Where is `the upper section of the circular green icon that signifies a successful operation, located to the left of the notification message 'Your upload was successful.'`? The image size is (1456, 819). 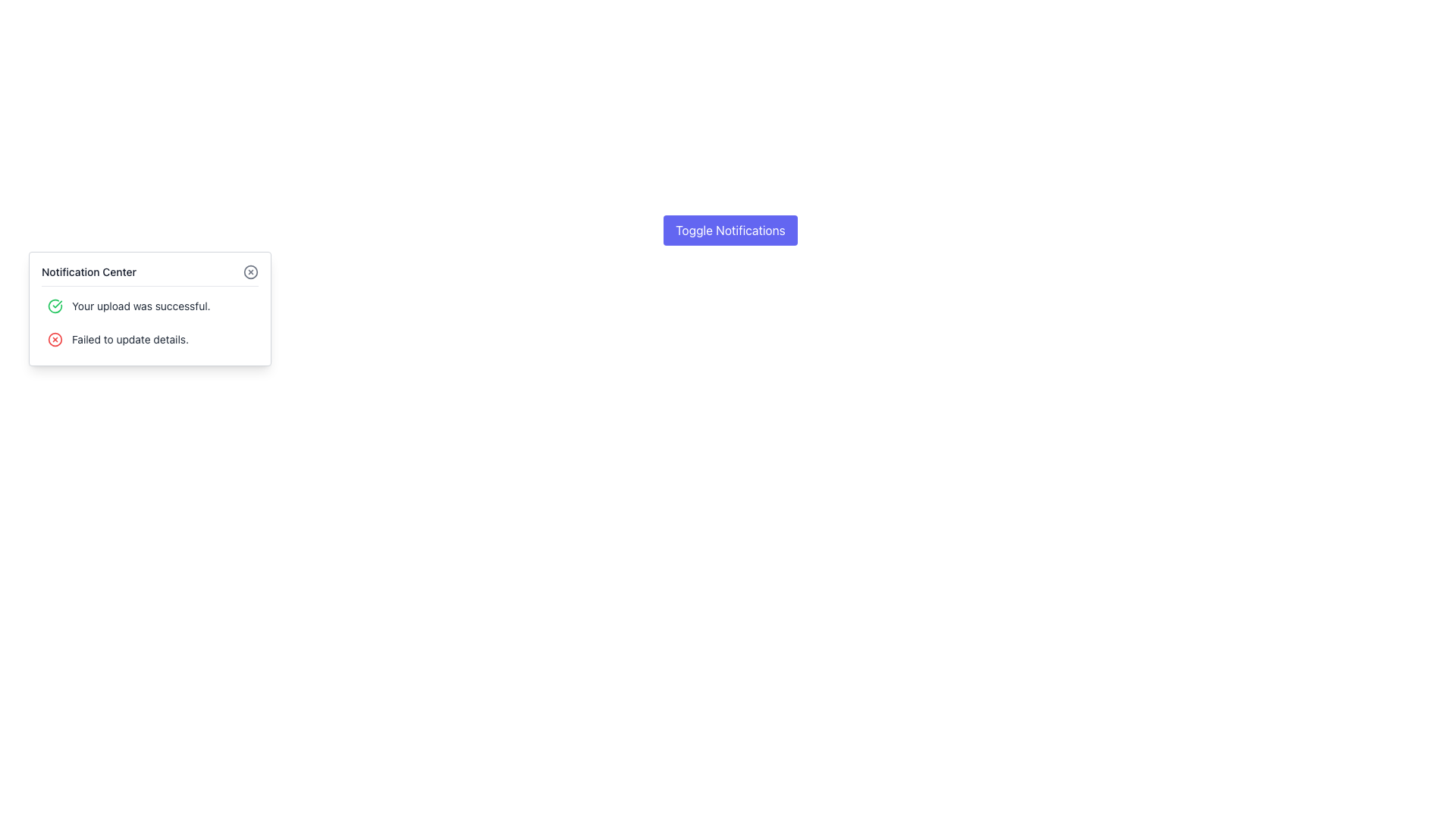
the upper section of the circular green icon that signifies a successful operation, located to the left of the notification message 'Your upload was successful.' is located at coordinates (55, 306).